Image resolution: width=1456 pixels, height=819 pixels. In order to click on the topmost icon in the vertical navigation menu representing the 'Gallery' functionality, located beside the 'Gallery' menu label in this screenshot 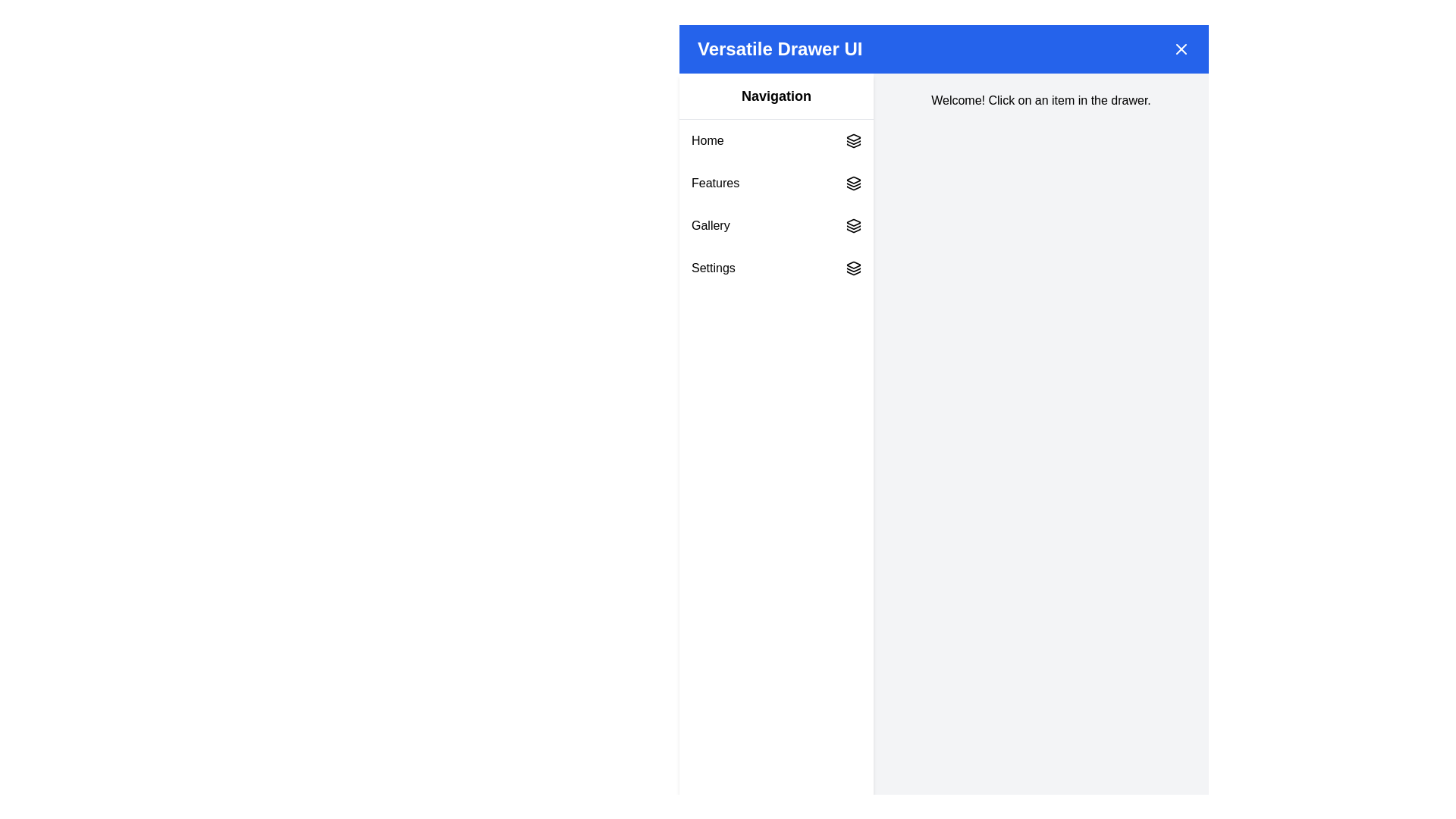, I will do `click(854, 222)`.